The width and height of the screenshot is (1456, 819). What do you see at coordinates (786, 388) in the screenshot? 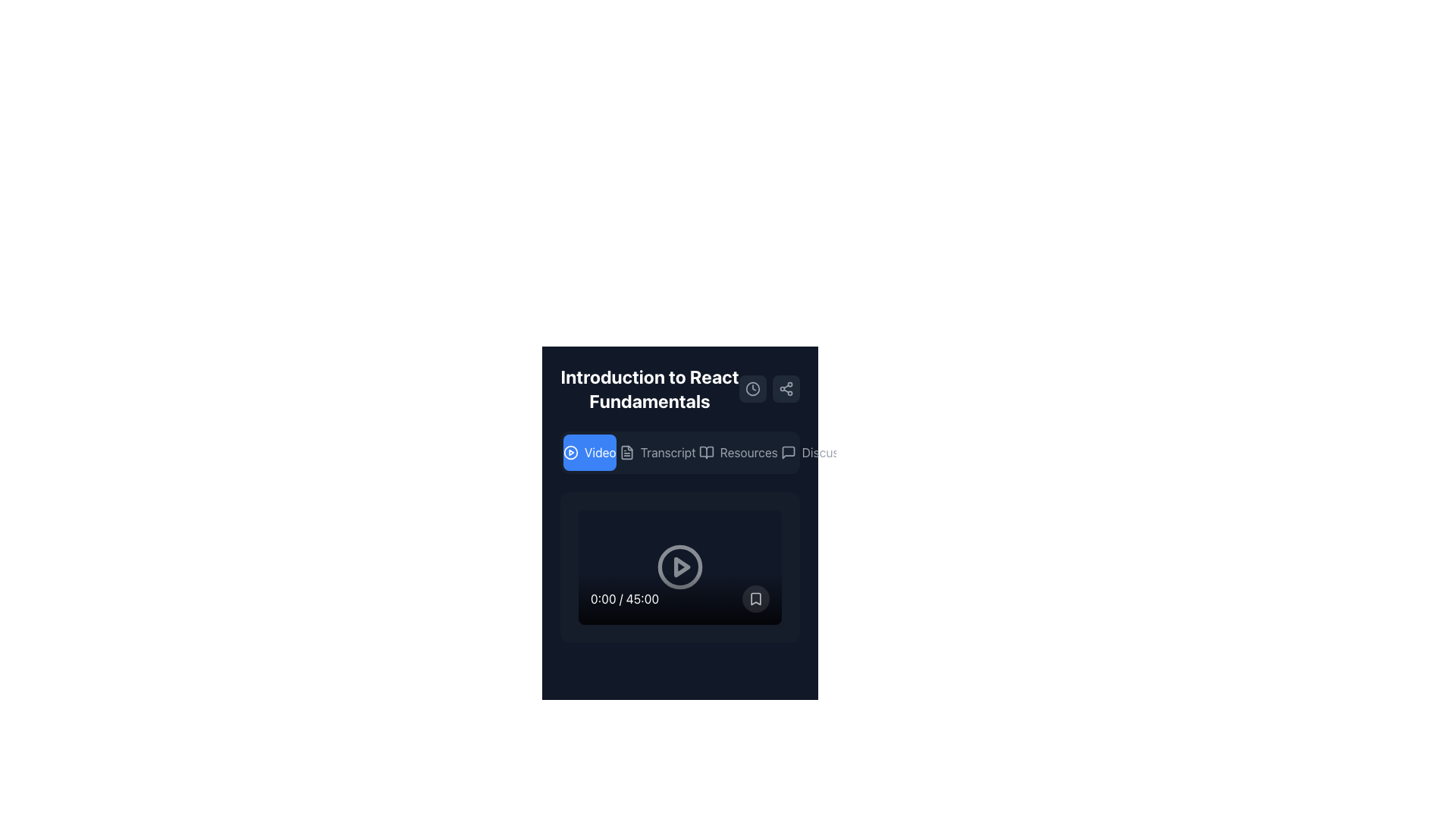
I see `the small square button with a rounded rectangle shape that has a dark gray background and an embedded sharing icon resembling three connected dots, located in the top-right section of the 'Introduction to React Fundamentals' panel` at bounding box center [786, 388].